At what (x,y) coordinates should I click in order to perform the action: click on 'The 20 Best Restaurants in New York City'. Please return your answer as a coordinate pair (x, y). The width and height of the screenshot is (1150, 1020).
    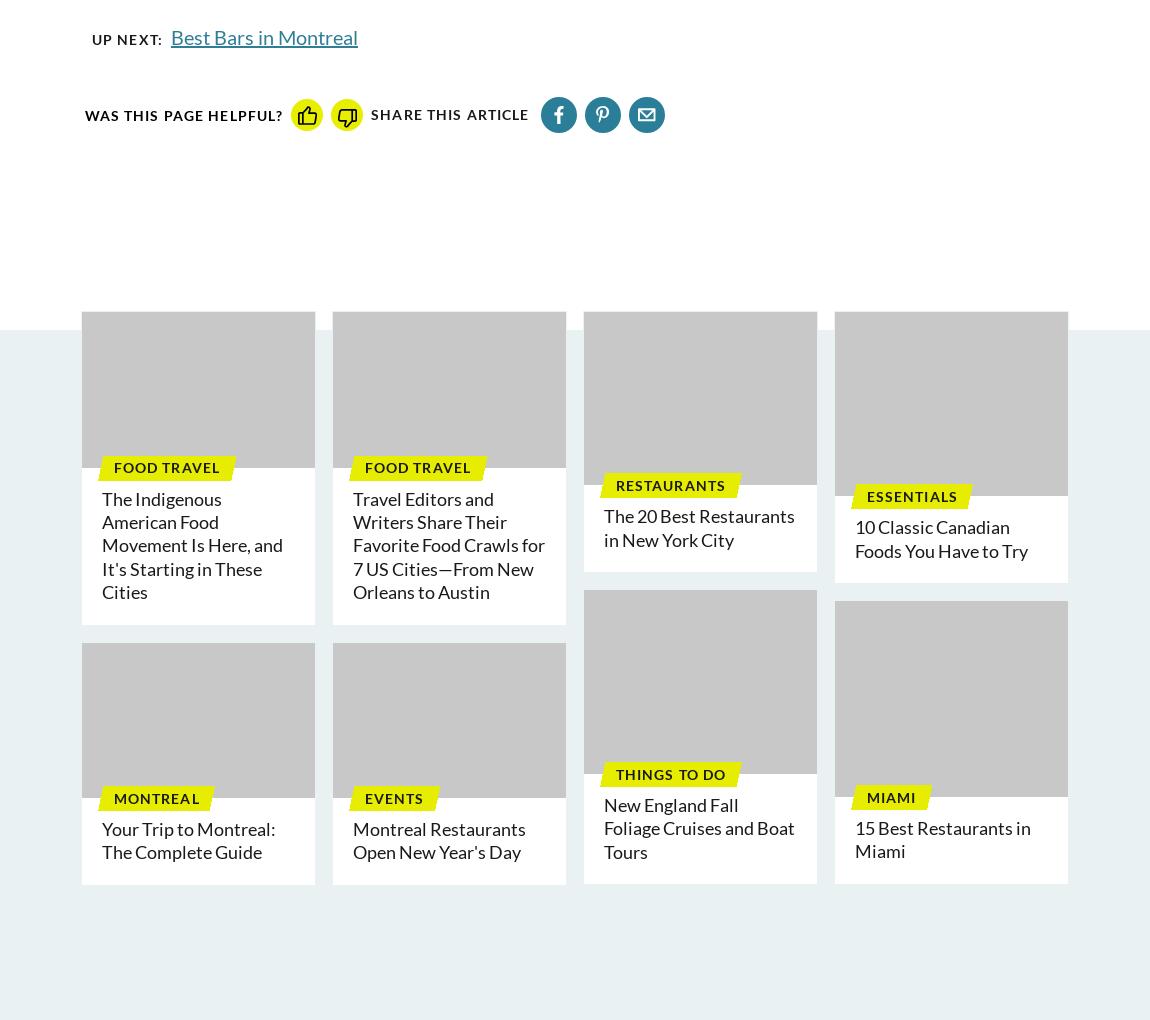
    Looking at the image, I should click on (698, 526).